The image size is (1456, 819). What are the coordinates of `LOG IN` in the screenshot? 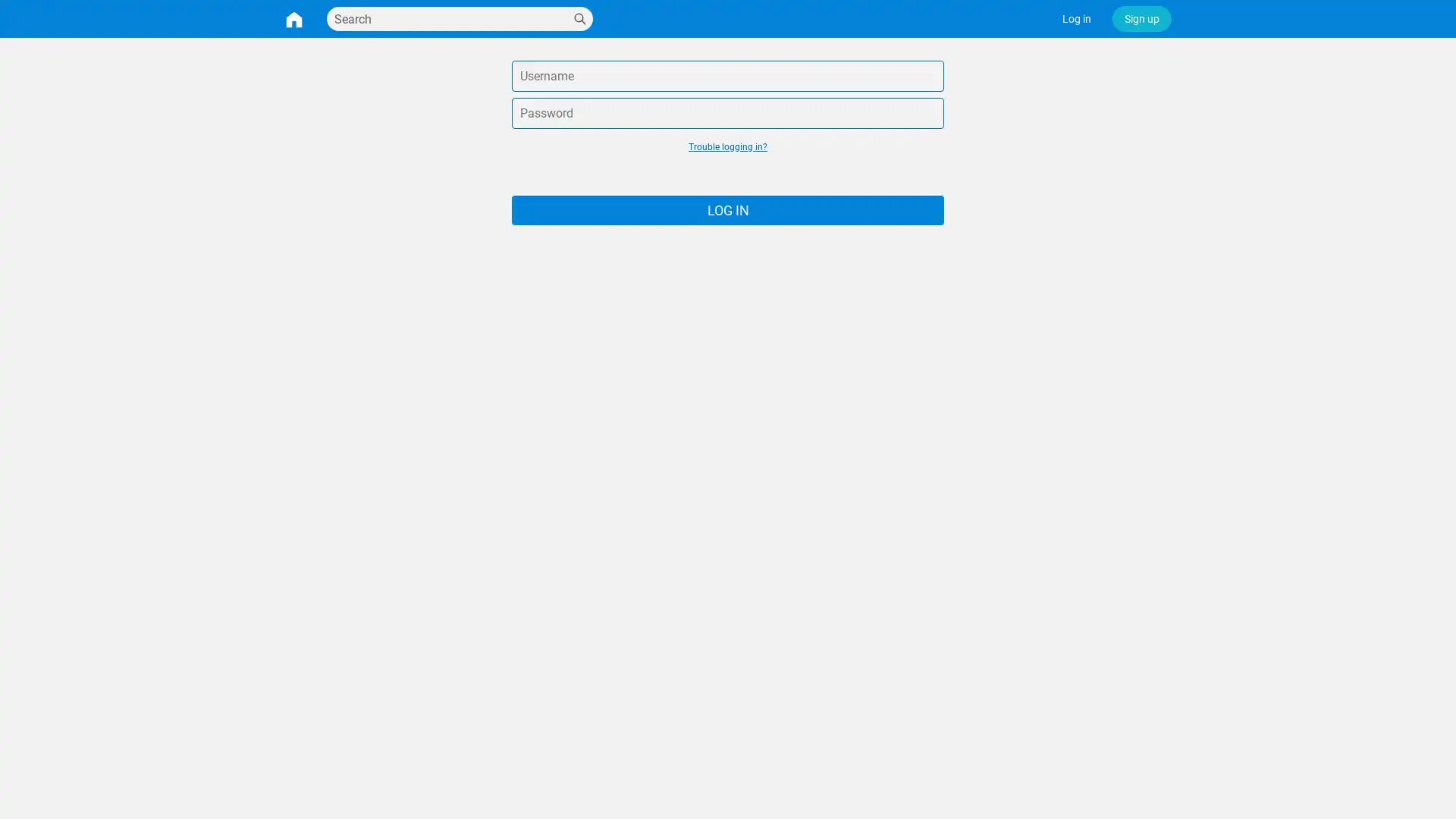 It's located at (728, 210).